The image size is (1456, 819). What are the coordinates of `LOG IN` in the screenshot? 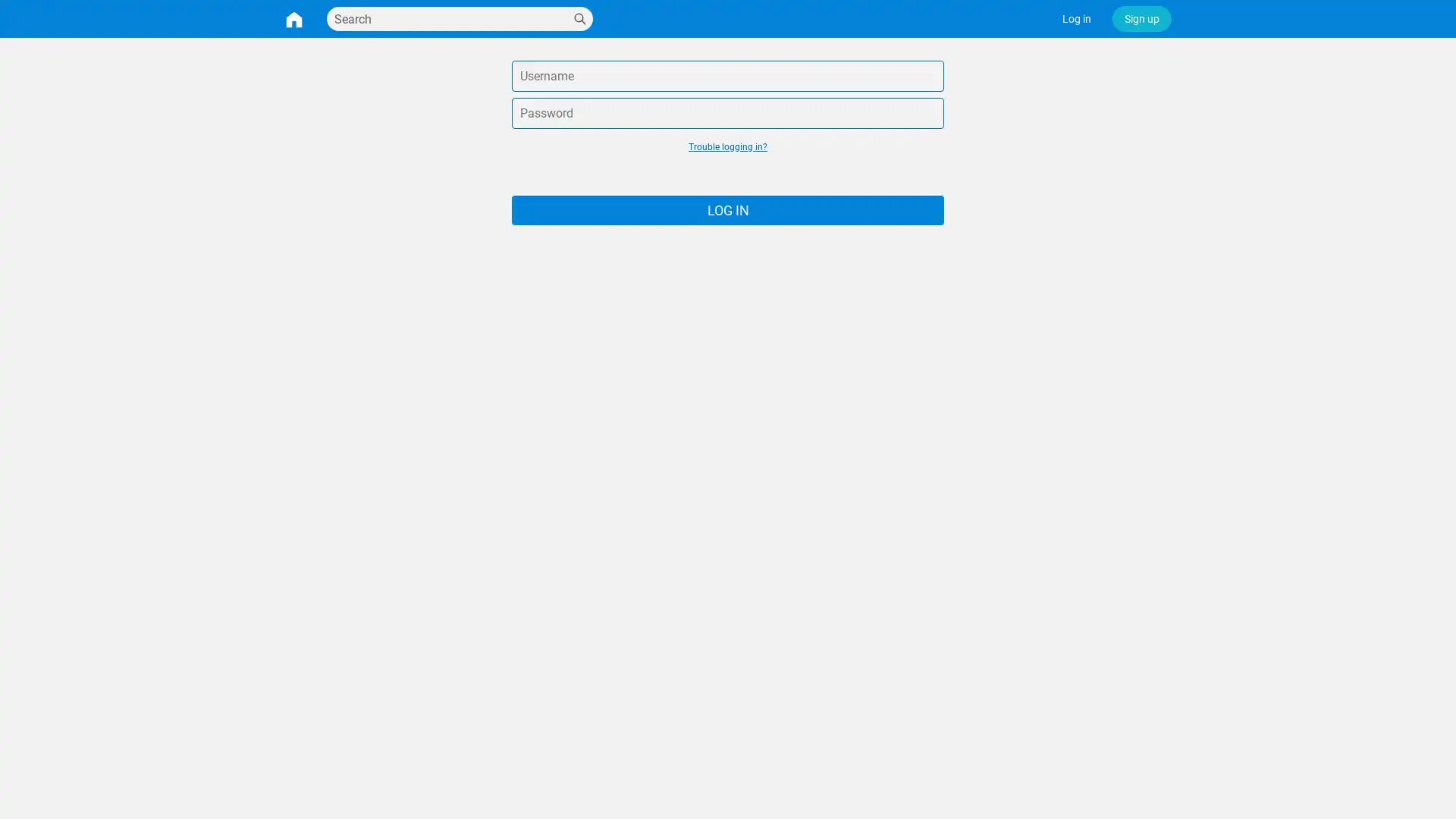 It's located at (728, 210).